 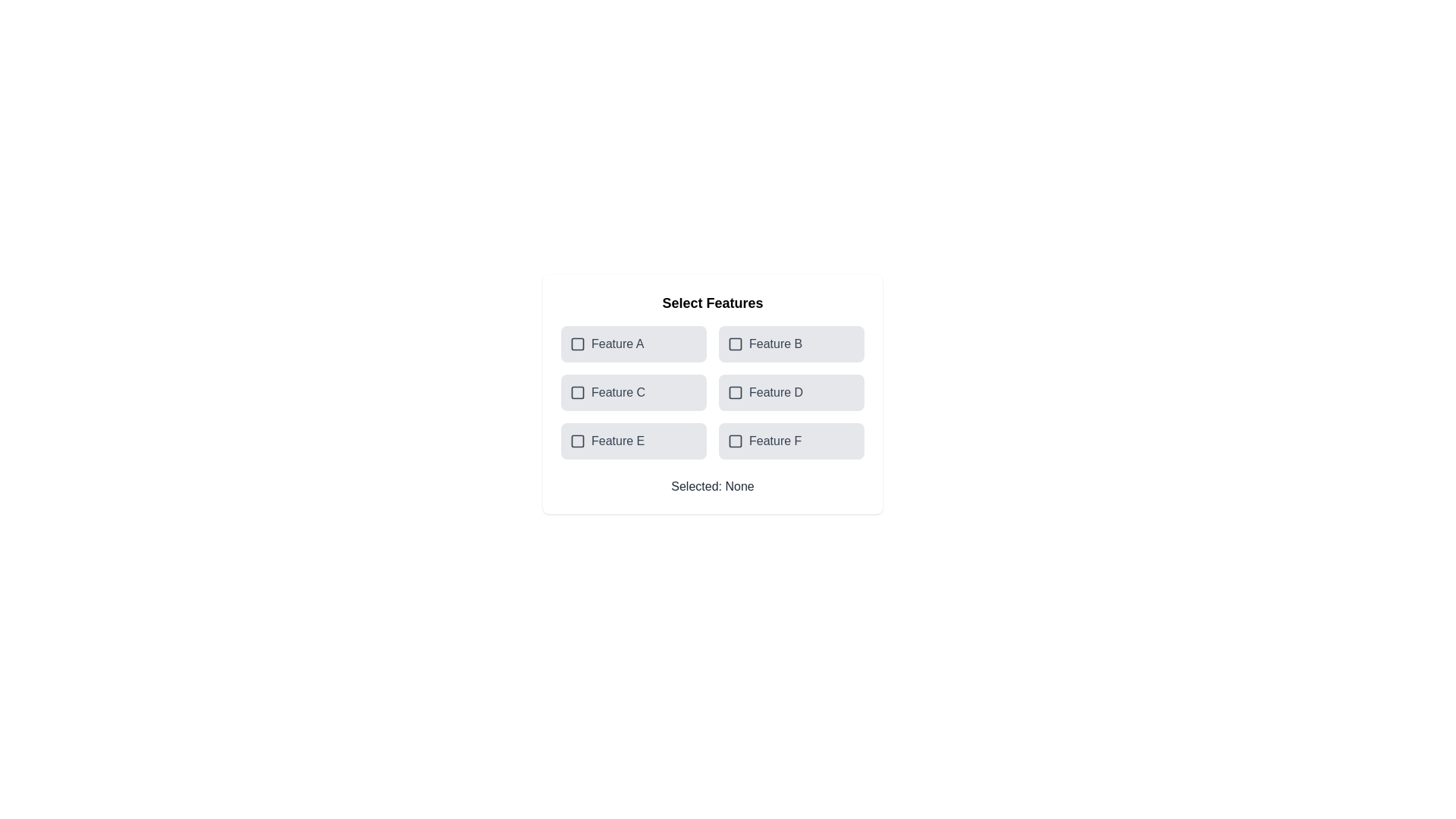 I want to click on the Checkbox element for 'Feature D' to provide visual feedback, so click(x=735, y=391).